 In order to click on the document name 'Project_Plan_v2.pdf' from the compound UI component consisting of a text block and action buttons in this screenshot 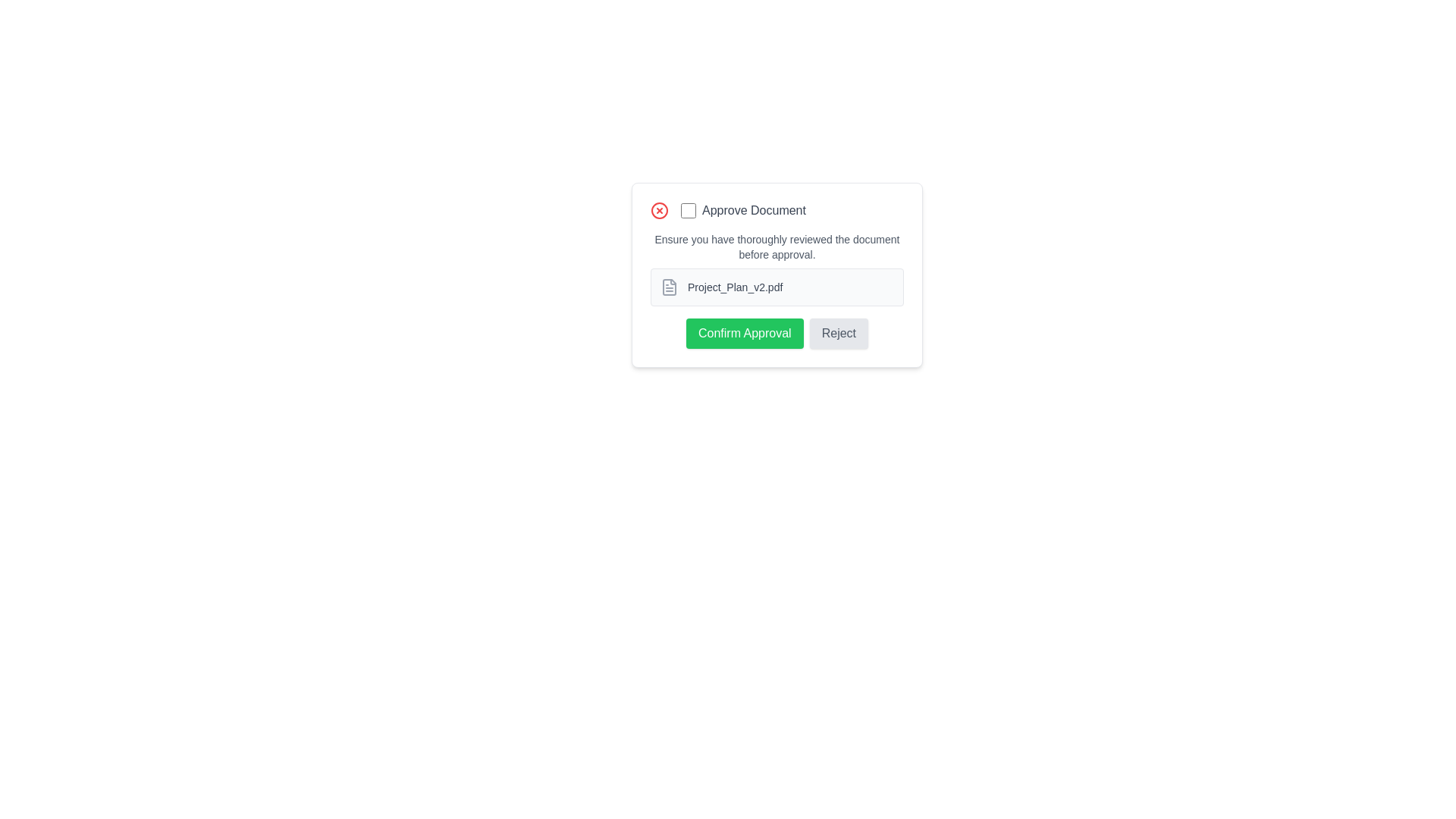, I will do `click(777, 290)`.